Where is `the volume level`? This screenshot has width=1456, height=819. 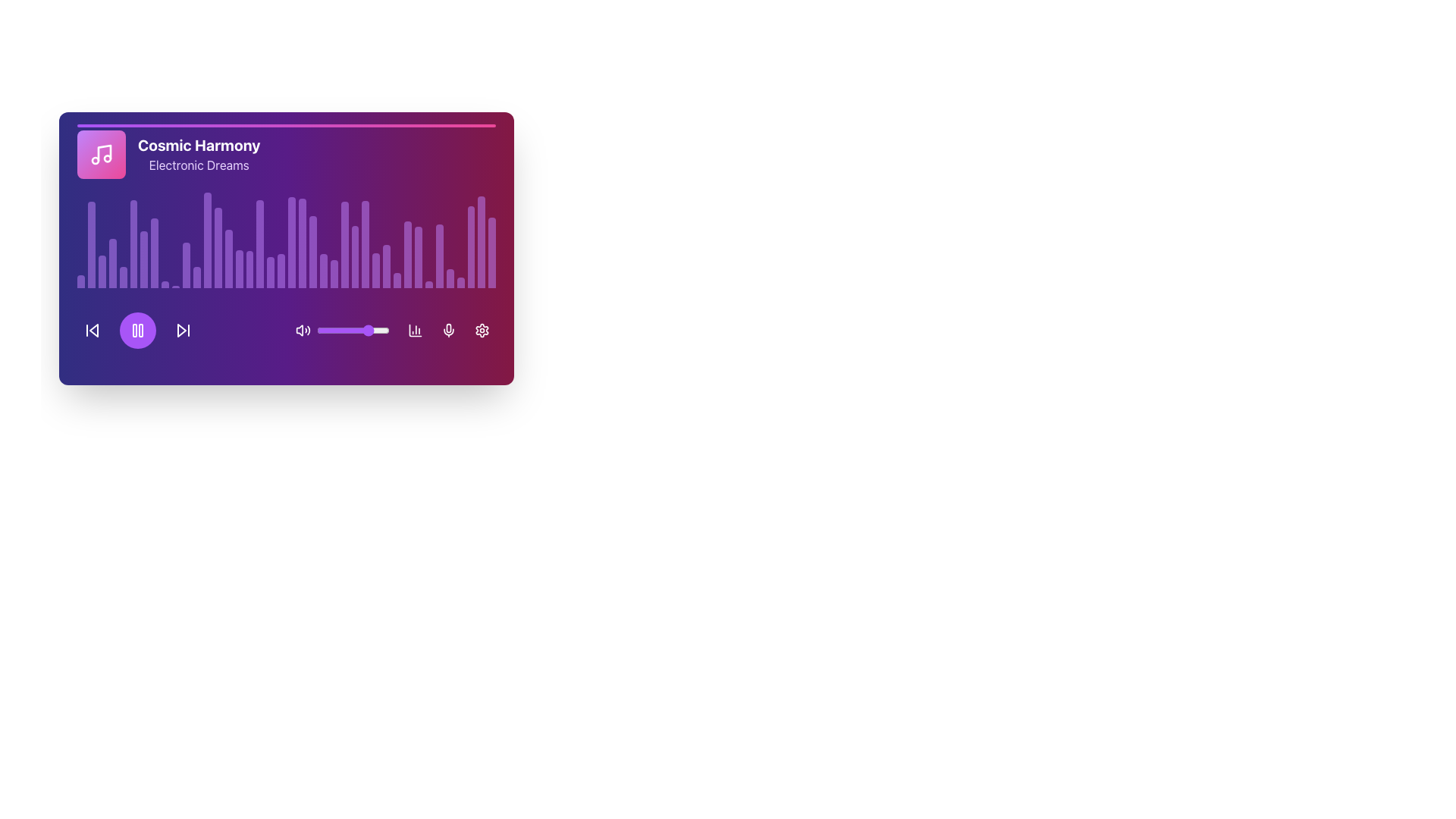
the volume level is located at coordinates (344, 329).